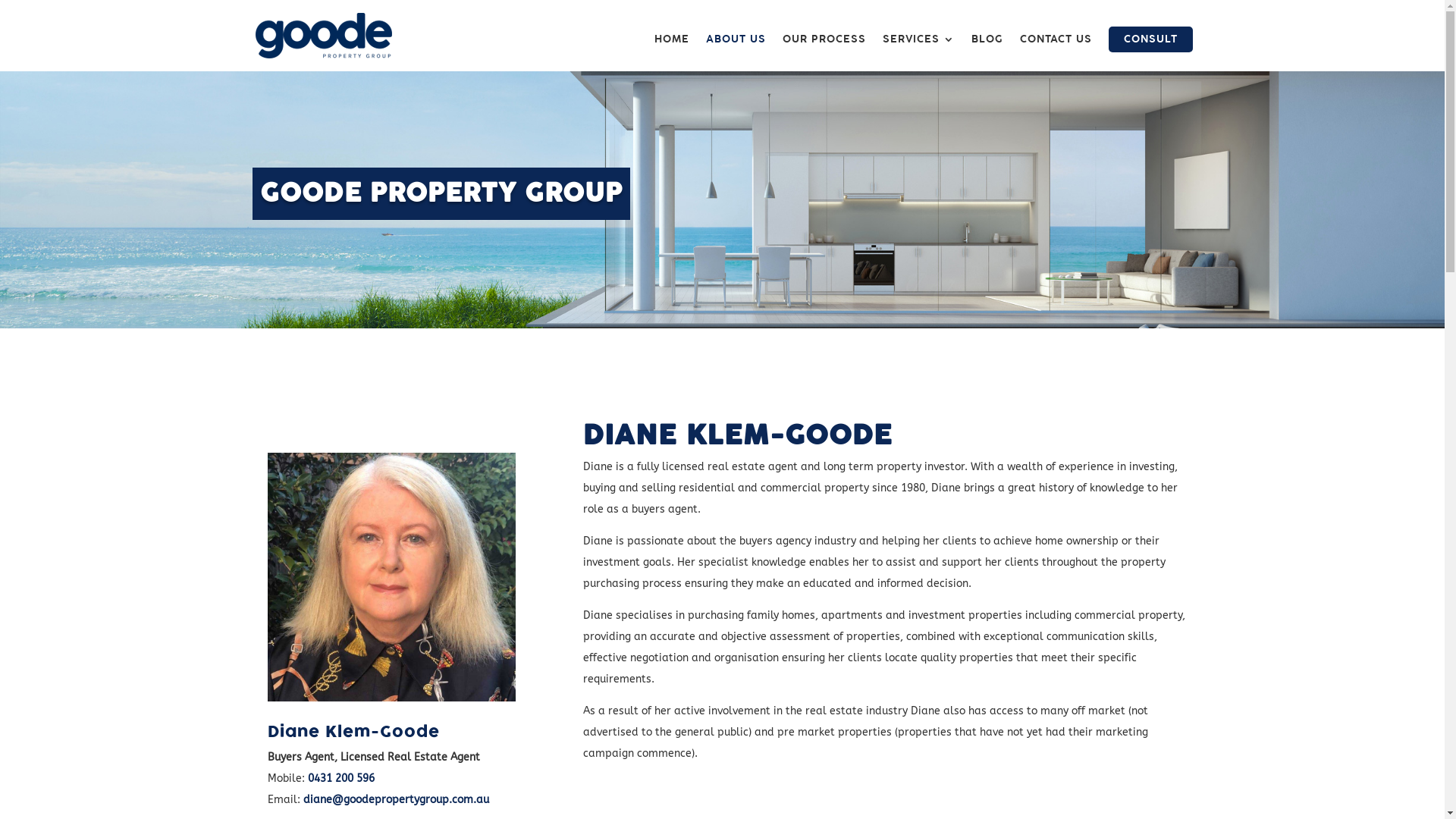 This screenshot has width=1456, height=819. What do you see at coordinates (1054, 52) in the screenshot?
I see `'CONTACT US'` at bounding box center [1054, 52].